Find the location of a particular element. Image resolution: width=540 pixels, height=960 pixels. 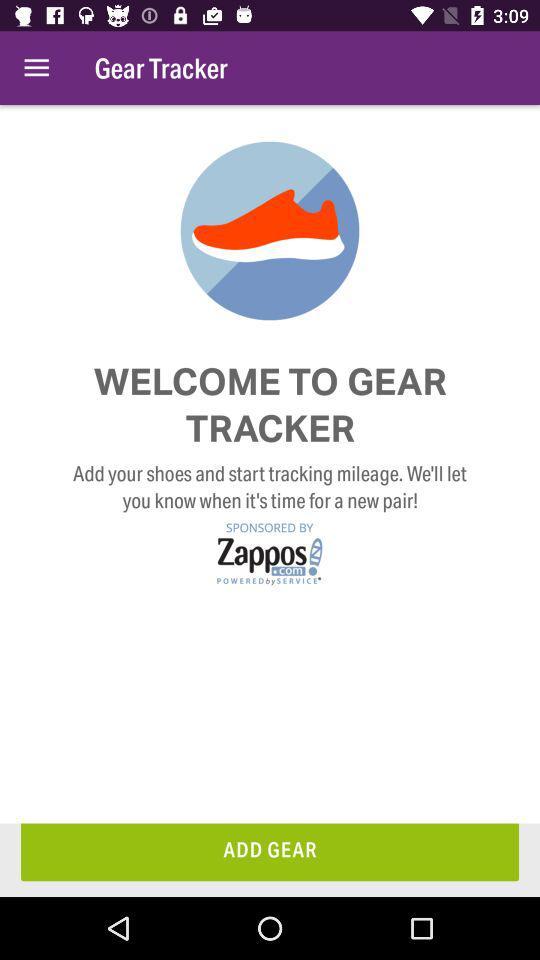

add gear icon is located at coordinates (270, 851).